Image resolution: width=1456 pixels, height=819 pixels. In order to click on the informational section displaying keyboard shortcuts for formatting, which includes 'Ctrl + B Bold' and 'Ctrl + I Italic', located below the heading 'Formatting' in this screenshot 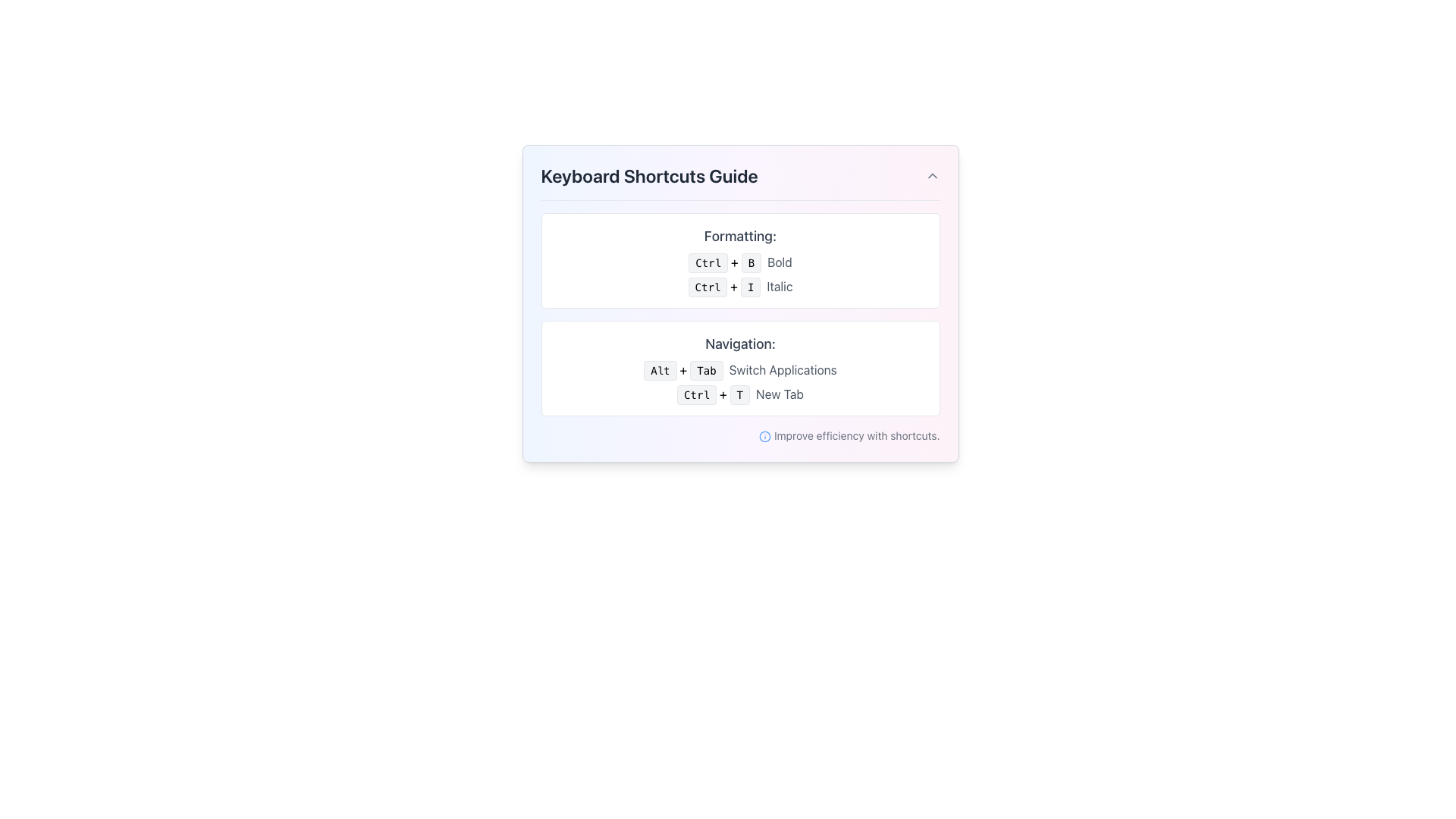, I will do `click(740, 275)`.